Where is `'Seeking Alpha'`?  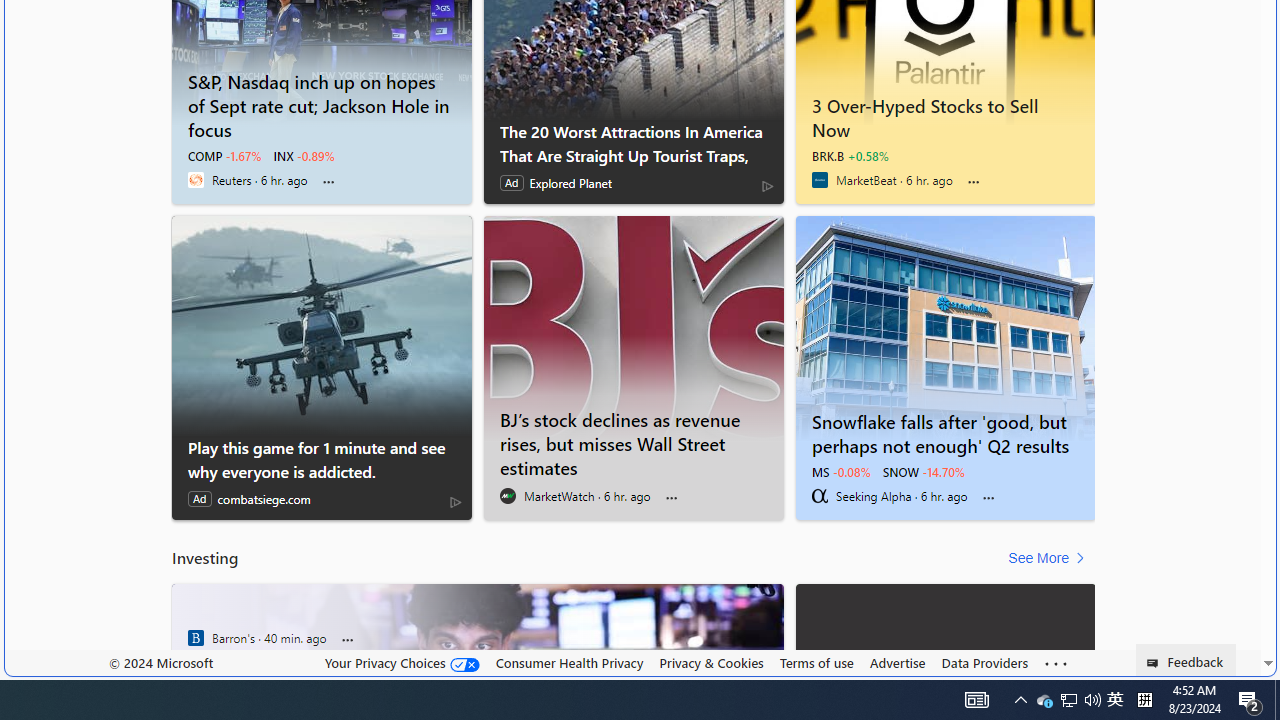
'Seeking Alpha' is located at coordinates (819, 495).